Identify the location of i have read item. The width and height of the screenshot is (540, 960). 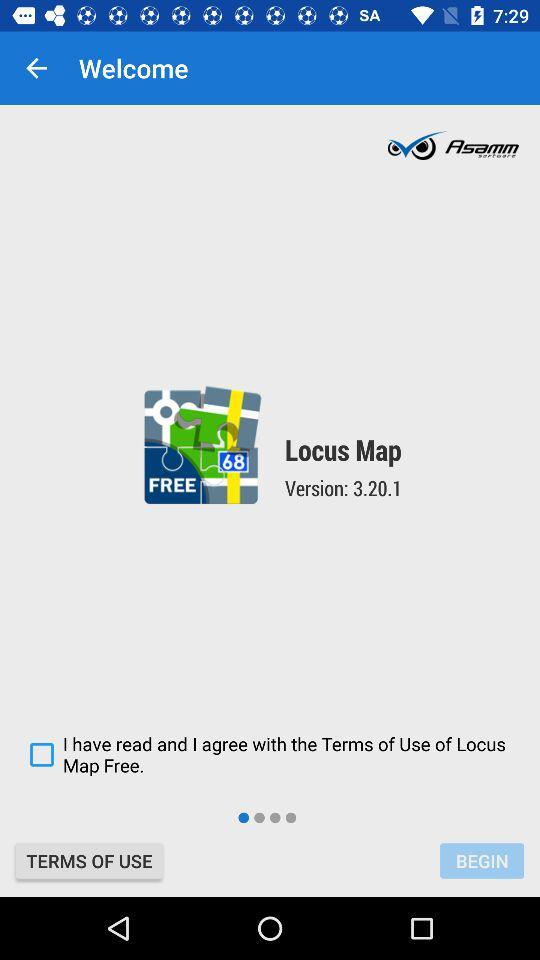
(270, 753).